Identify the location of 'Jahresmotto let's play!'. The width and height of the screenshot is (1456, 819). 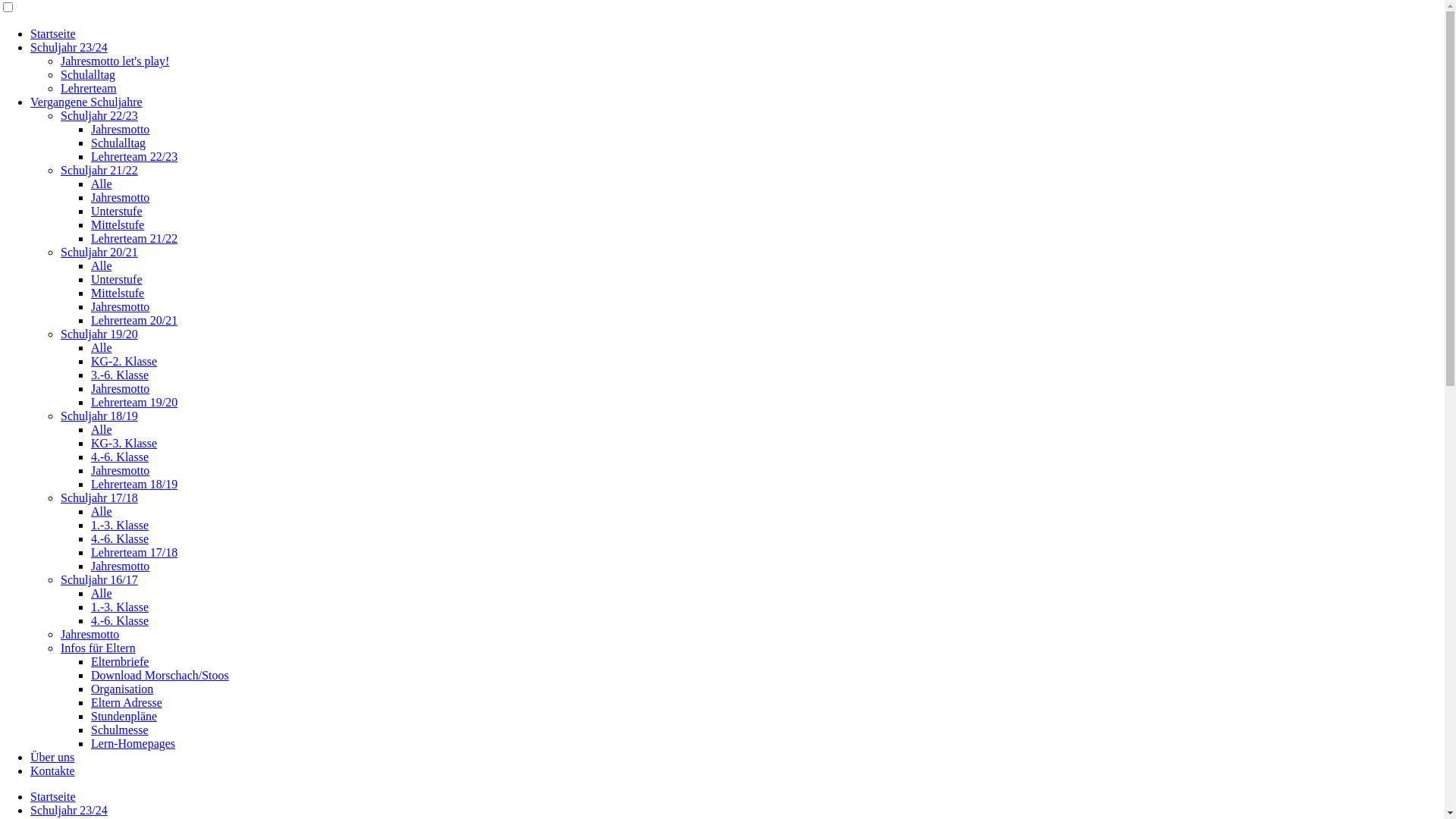
(61, 60).